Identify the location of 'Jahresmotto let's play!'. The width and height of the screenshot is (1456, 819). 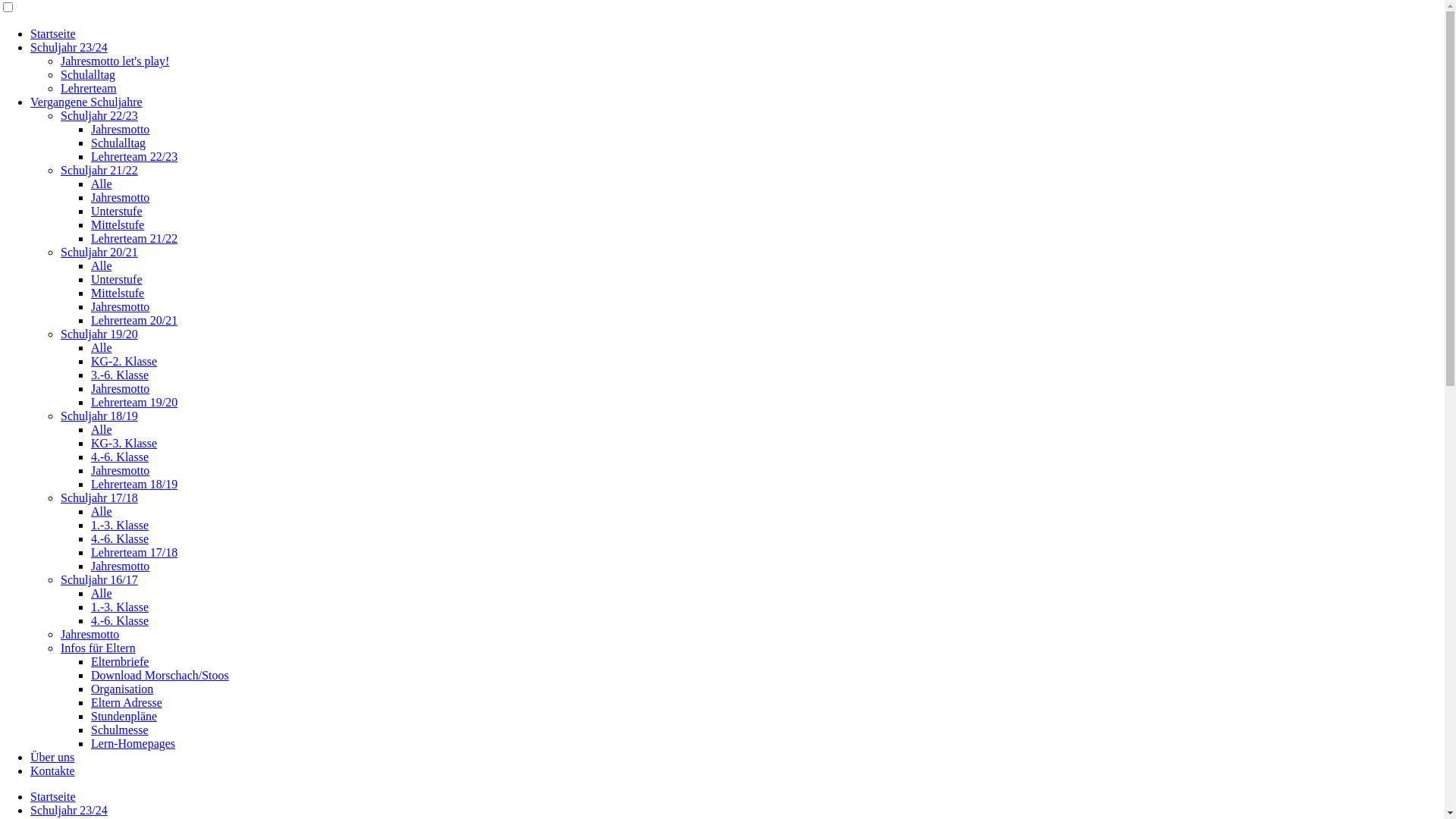
(61, 60).